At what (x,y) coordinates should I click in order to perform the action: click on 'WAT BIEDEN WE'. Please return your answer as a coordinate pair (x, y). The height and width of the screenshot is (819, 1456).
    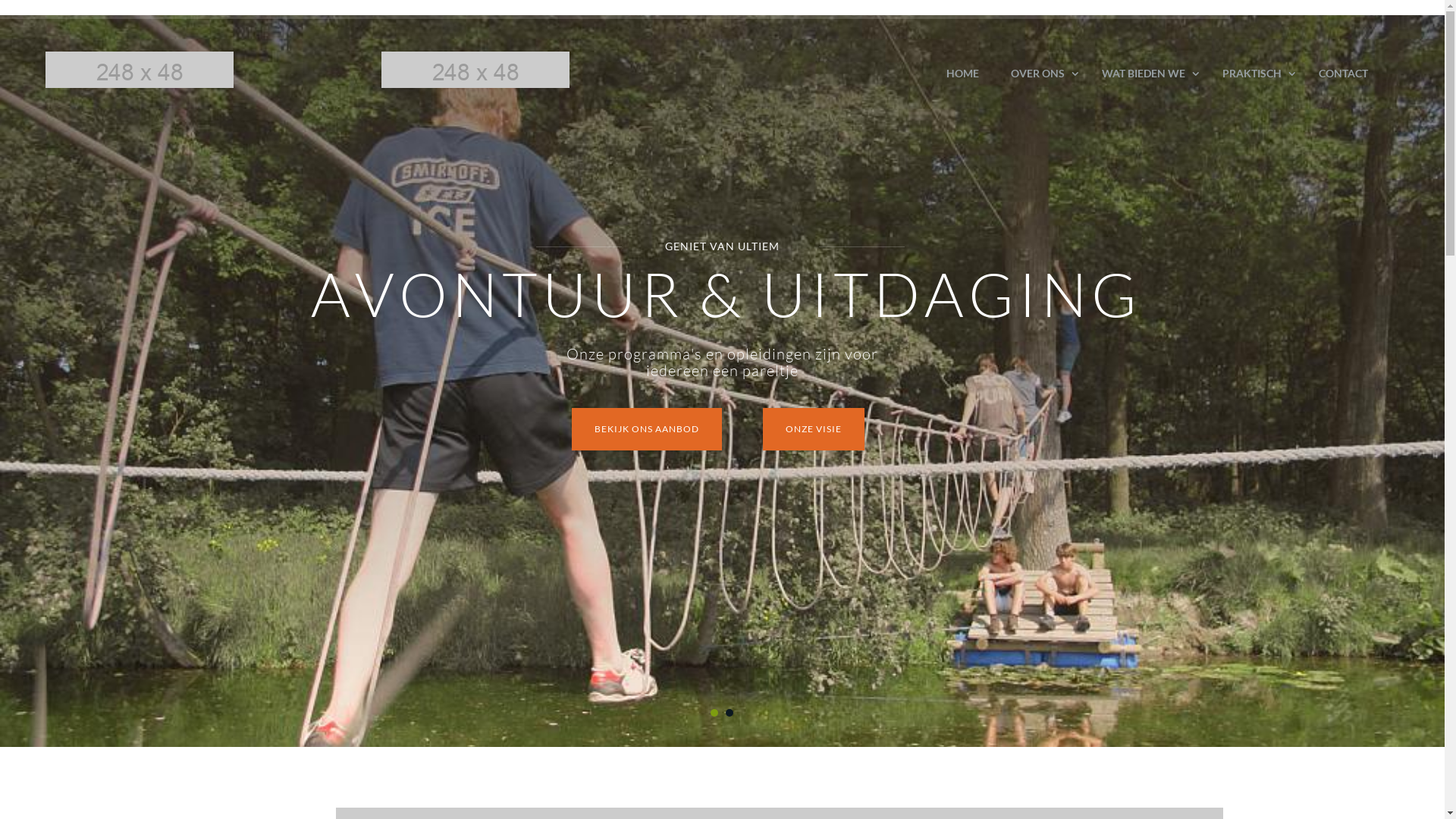
    Looking at the image, I should click on (1084, 73).